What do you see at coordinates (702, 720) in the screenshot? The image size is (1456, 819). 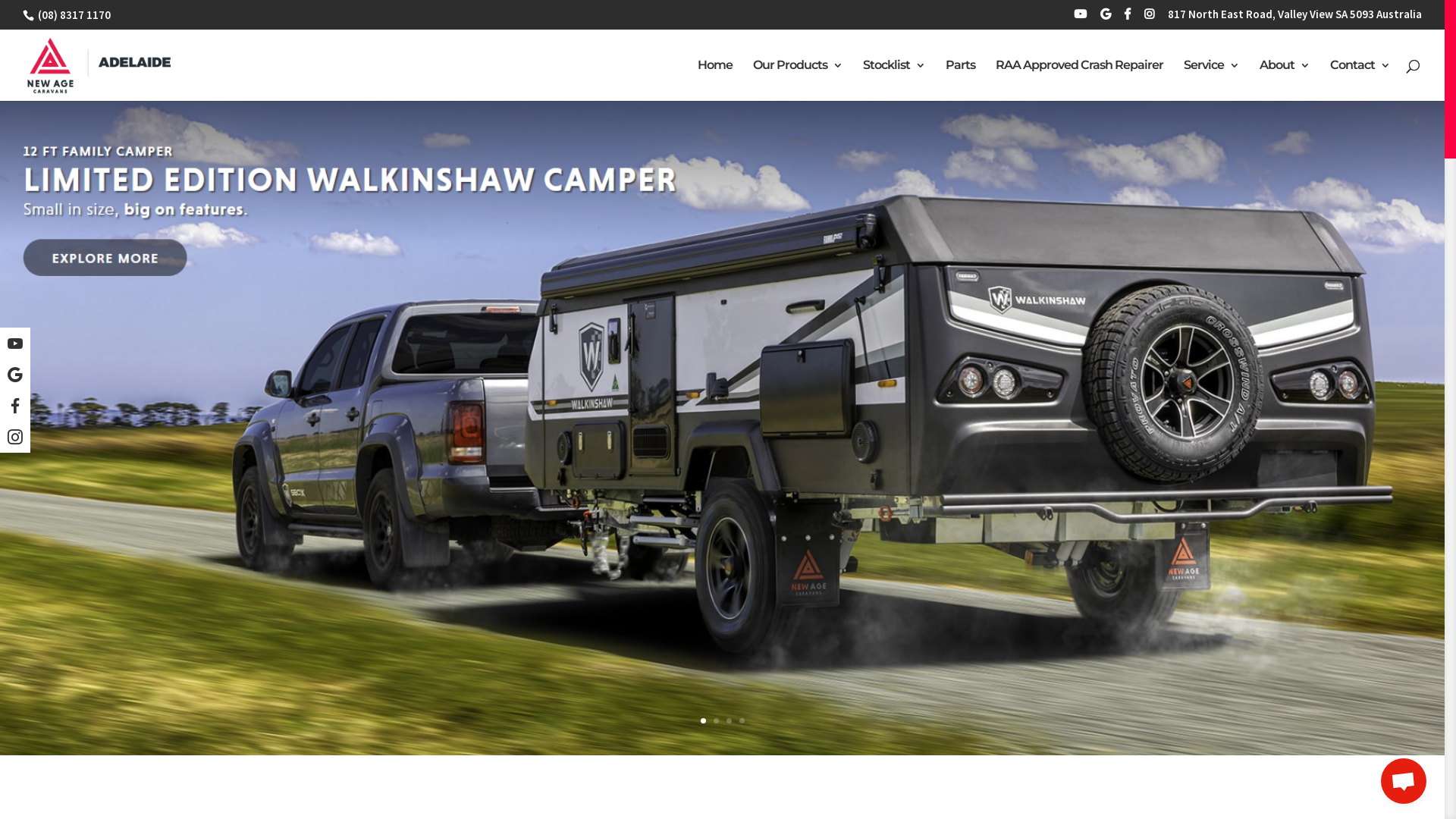 I see `'1'` at bounding box center [702, 720].